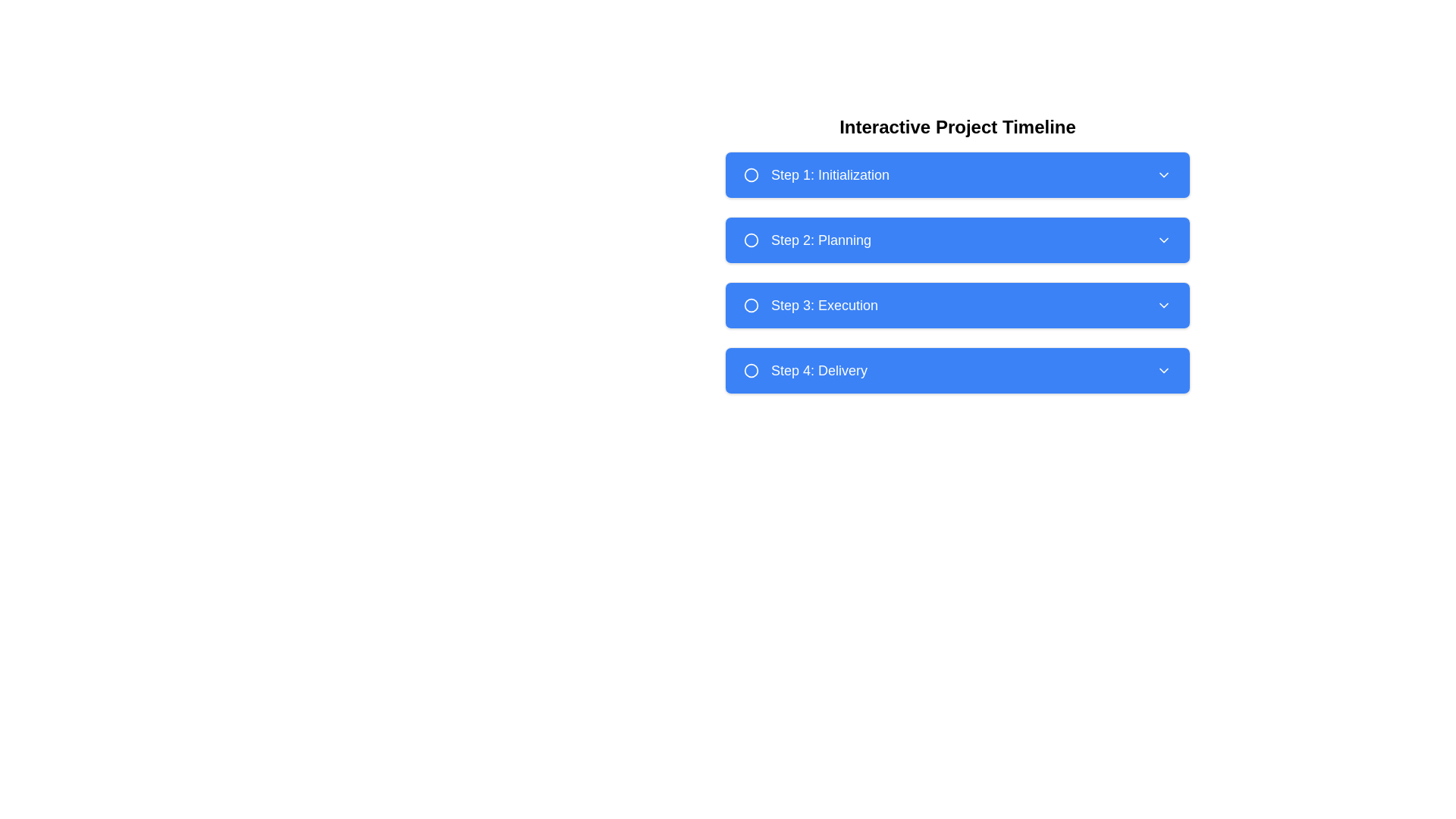 The image size is (1456, 819). I want to click on the Dropdown toggle icon located at the far right of the 'Step 4: Delivery' item in the interactive project timeline interface, so click(1163, 371).